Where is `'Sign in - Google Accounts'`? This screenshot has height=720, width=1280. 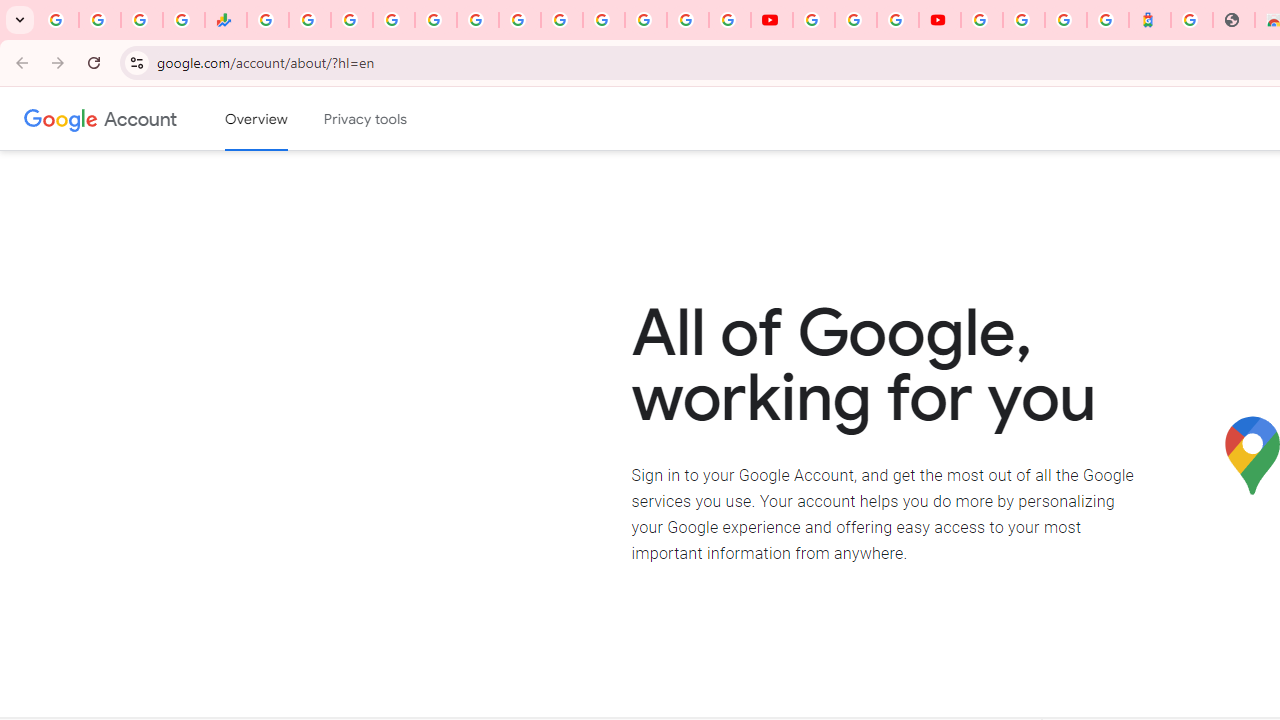 'Sign in - Google Accounts' is located at coordinates (1024, 20).